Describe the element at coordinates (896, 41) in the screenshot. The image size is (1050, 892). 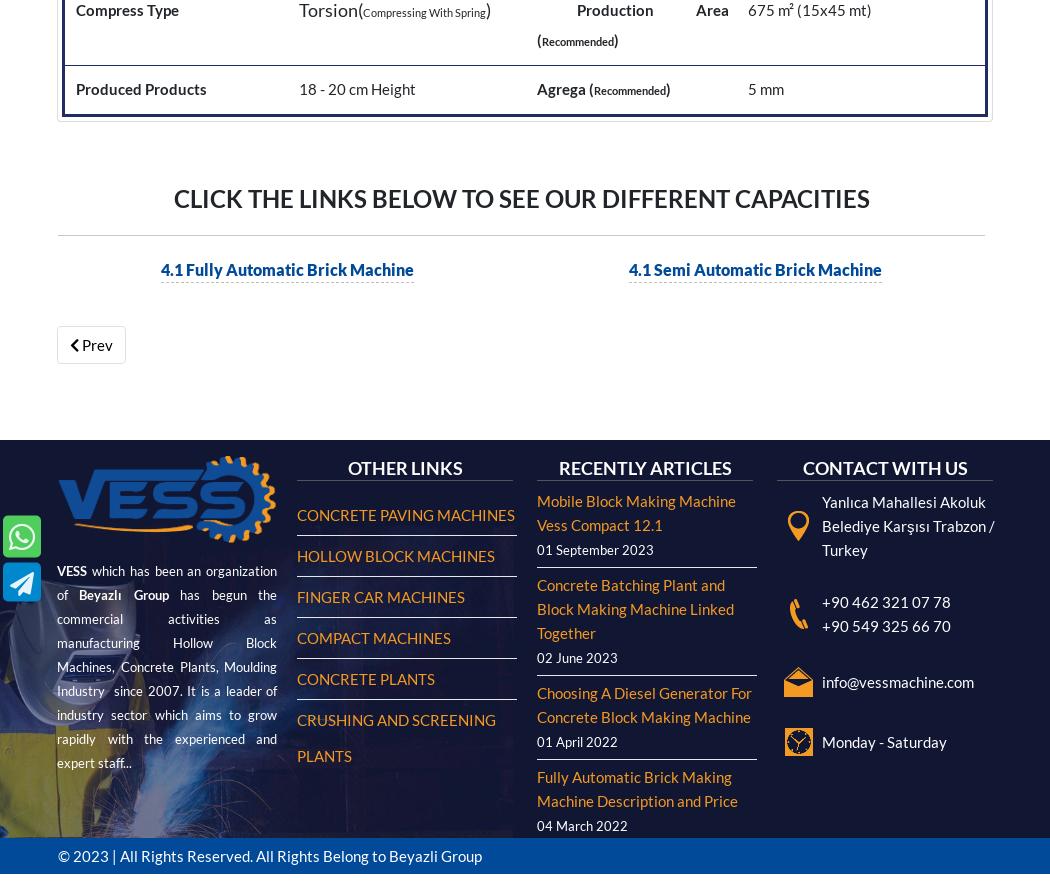
I see `'info@vessmachine.com'` at that location.